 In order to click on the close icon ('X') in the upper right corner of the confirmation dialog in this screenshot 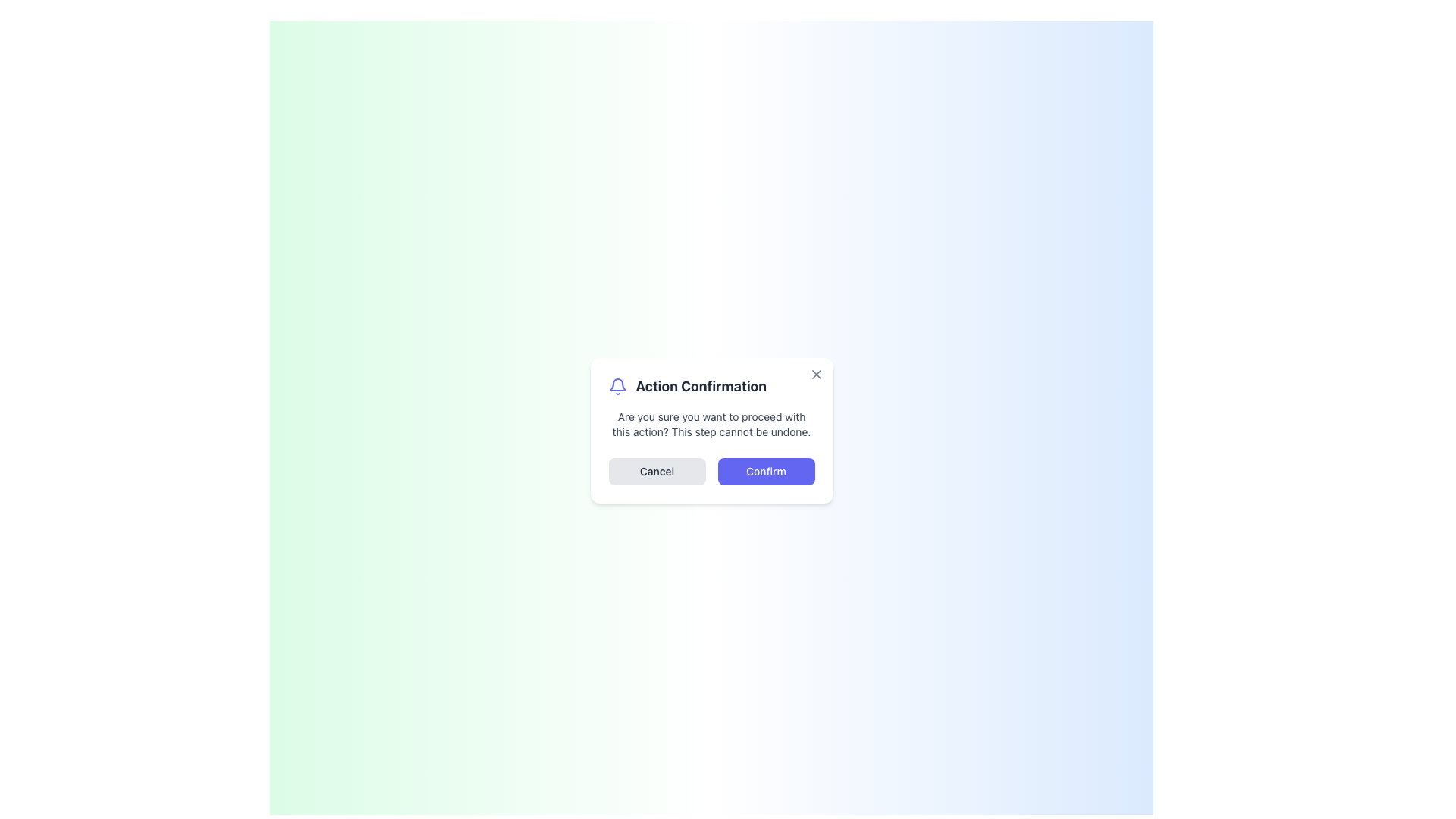, I will do `click(815, 374)`.